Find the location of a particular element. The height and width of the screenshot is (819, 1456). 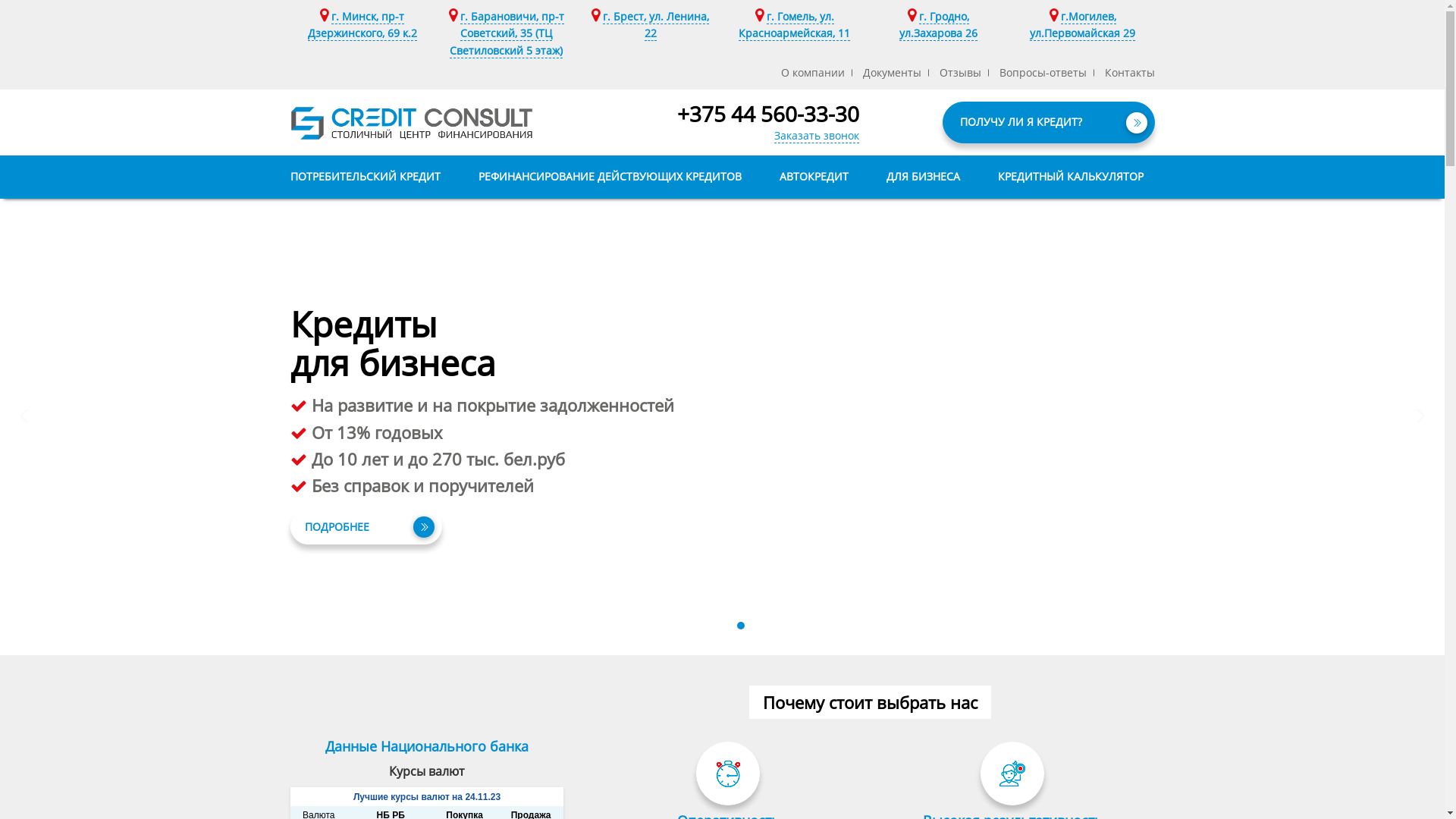

'+375 44 560-33-30' is located at coordinates (767, 113).